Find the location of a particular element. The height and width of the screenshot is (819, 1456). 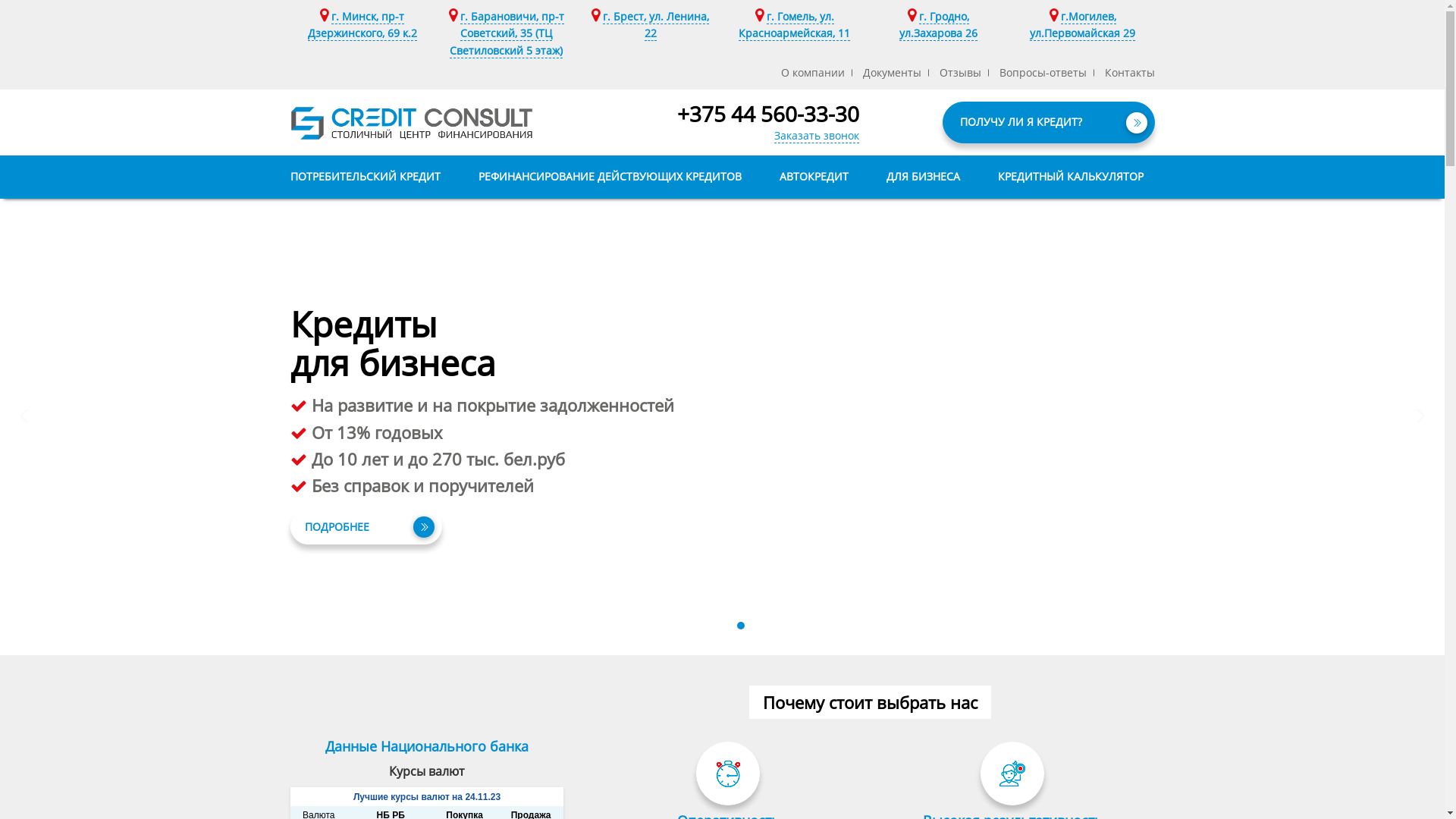

'+375 44 560-33-30' is located at coordinates (767, 113).